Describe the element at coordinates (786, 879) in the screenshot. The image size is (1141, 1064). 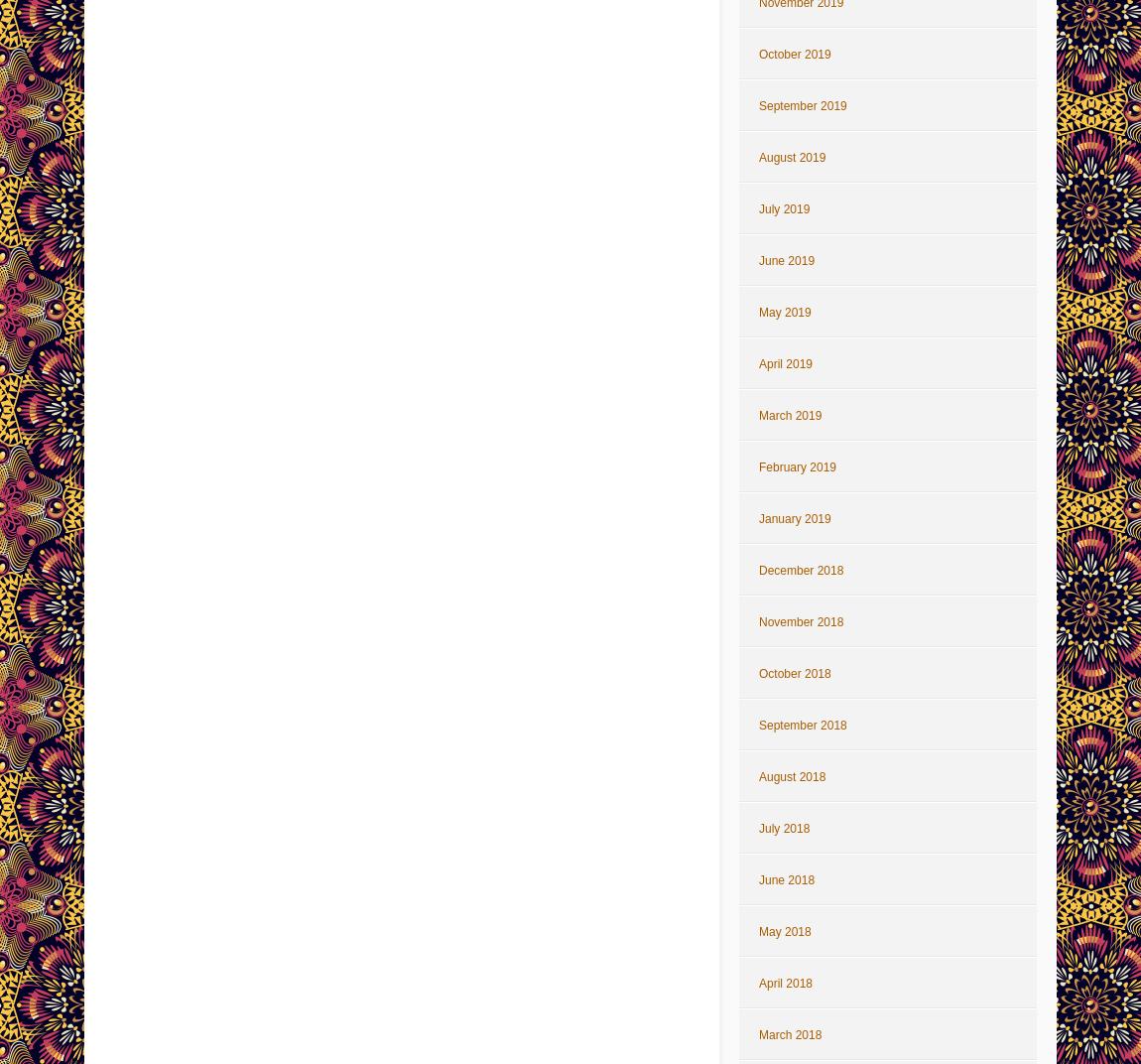
I see `'June 2018'` at that location.